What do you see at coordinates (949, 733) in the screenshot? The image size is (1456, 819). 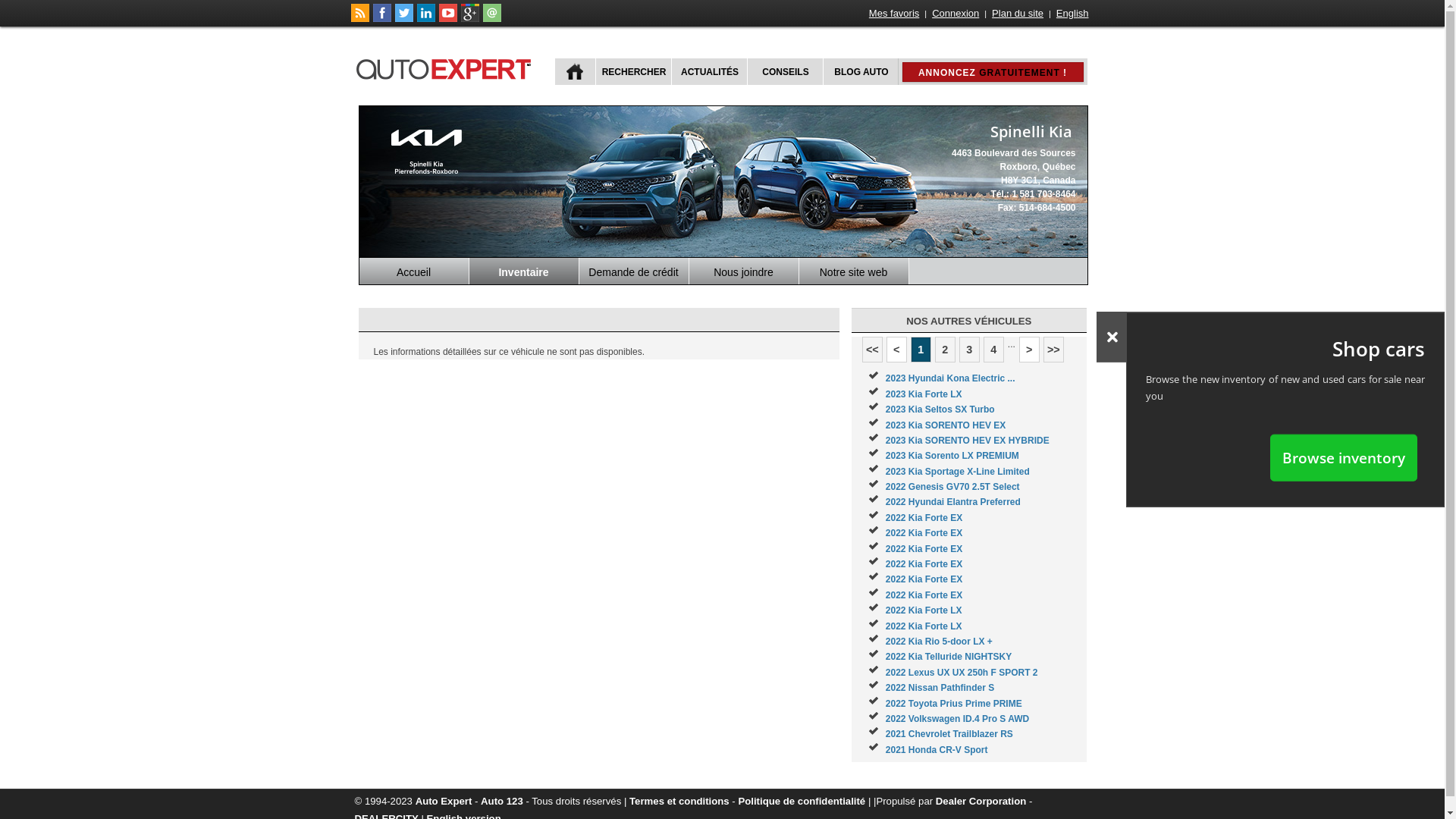 I see `'2021 Chevrolet Trailblazer RS'` at bounding box center [949, 733].